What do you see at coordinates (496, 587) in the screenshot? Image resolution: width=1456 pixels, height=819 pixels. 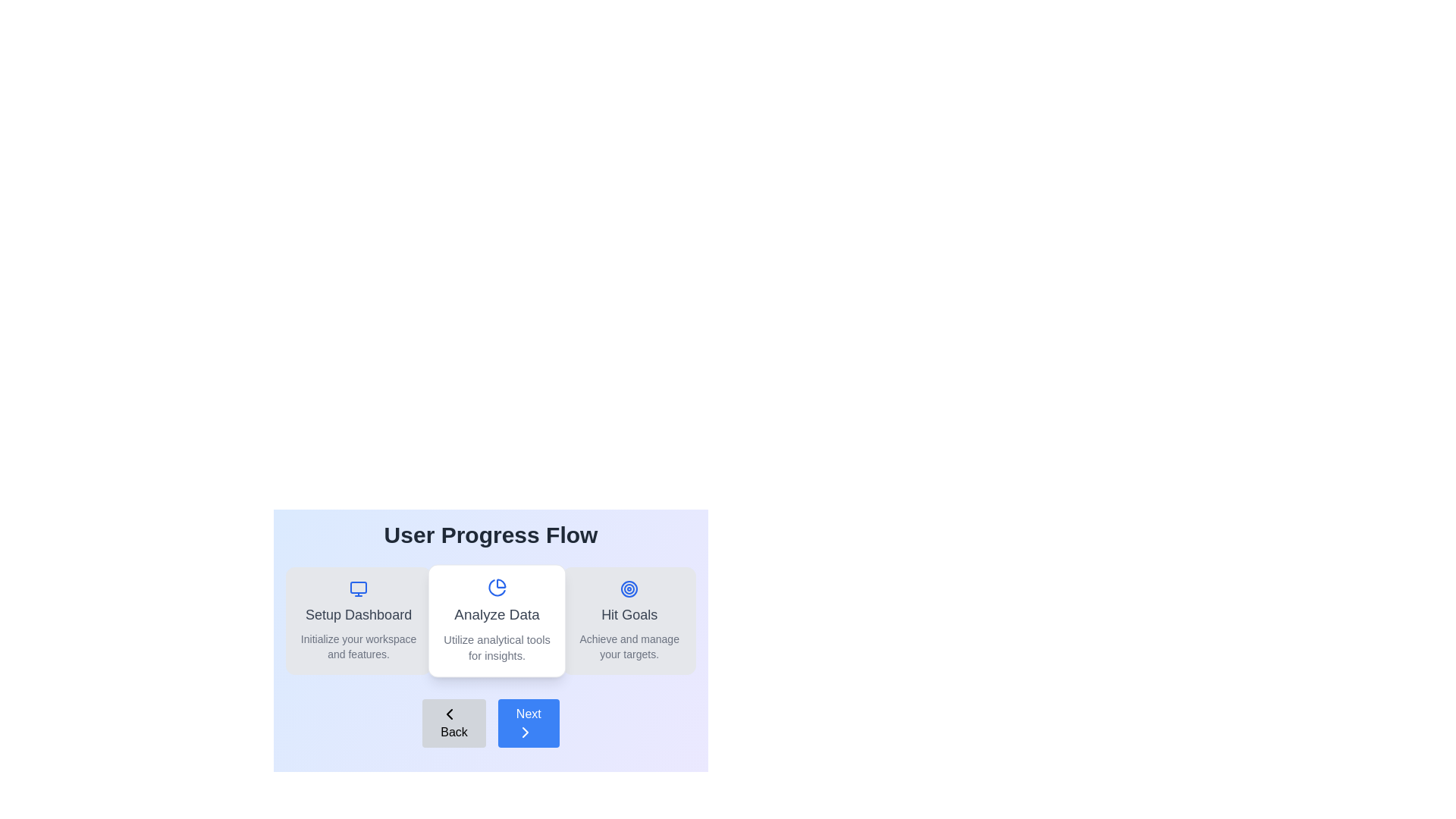 I see `the icon of the current step to observe its details` at bounding box center [496, 587].